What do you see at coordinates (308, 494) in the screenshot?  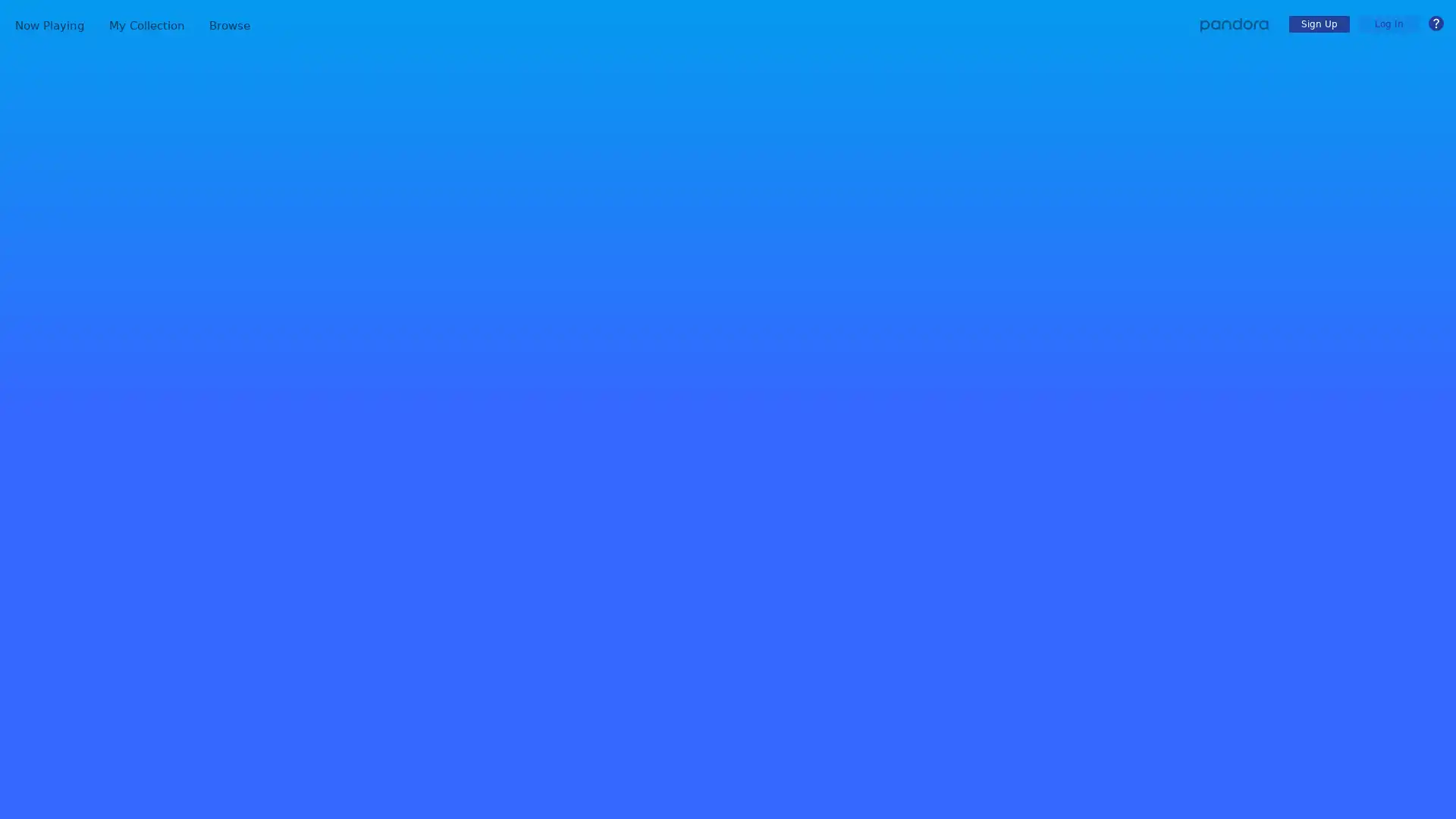 I see `Collect` at bounding box center [308, 494].